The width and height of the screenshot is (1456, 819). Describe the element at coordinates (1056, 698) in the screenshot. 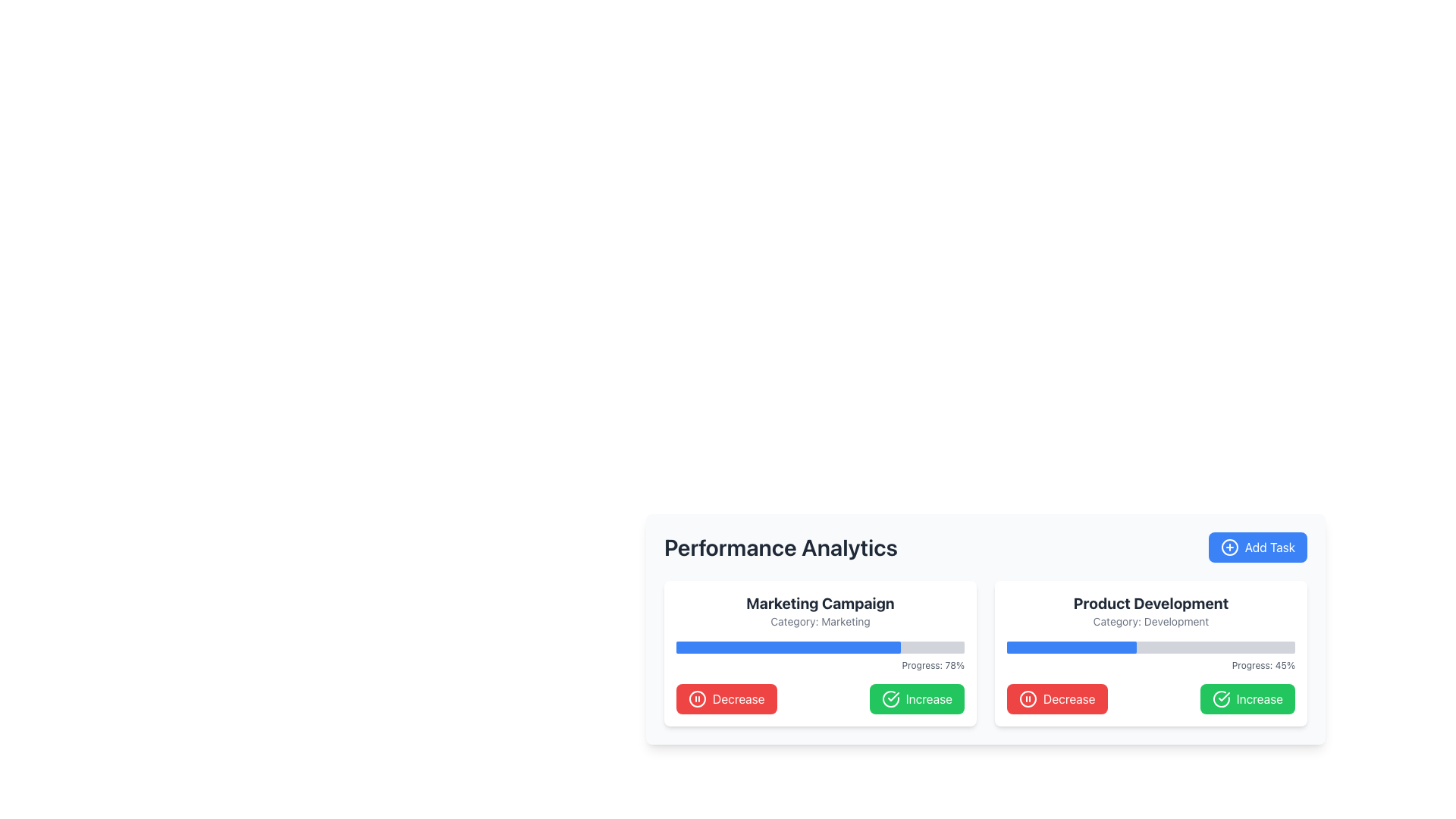

I see `the first button in the row below the progress bar associated with the 'Product Development' card` at that location.